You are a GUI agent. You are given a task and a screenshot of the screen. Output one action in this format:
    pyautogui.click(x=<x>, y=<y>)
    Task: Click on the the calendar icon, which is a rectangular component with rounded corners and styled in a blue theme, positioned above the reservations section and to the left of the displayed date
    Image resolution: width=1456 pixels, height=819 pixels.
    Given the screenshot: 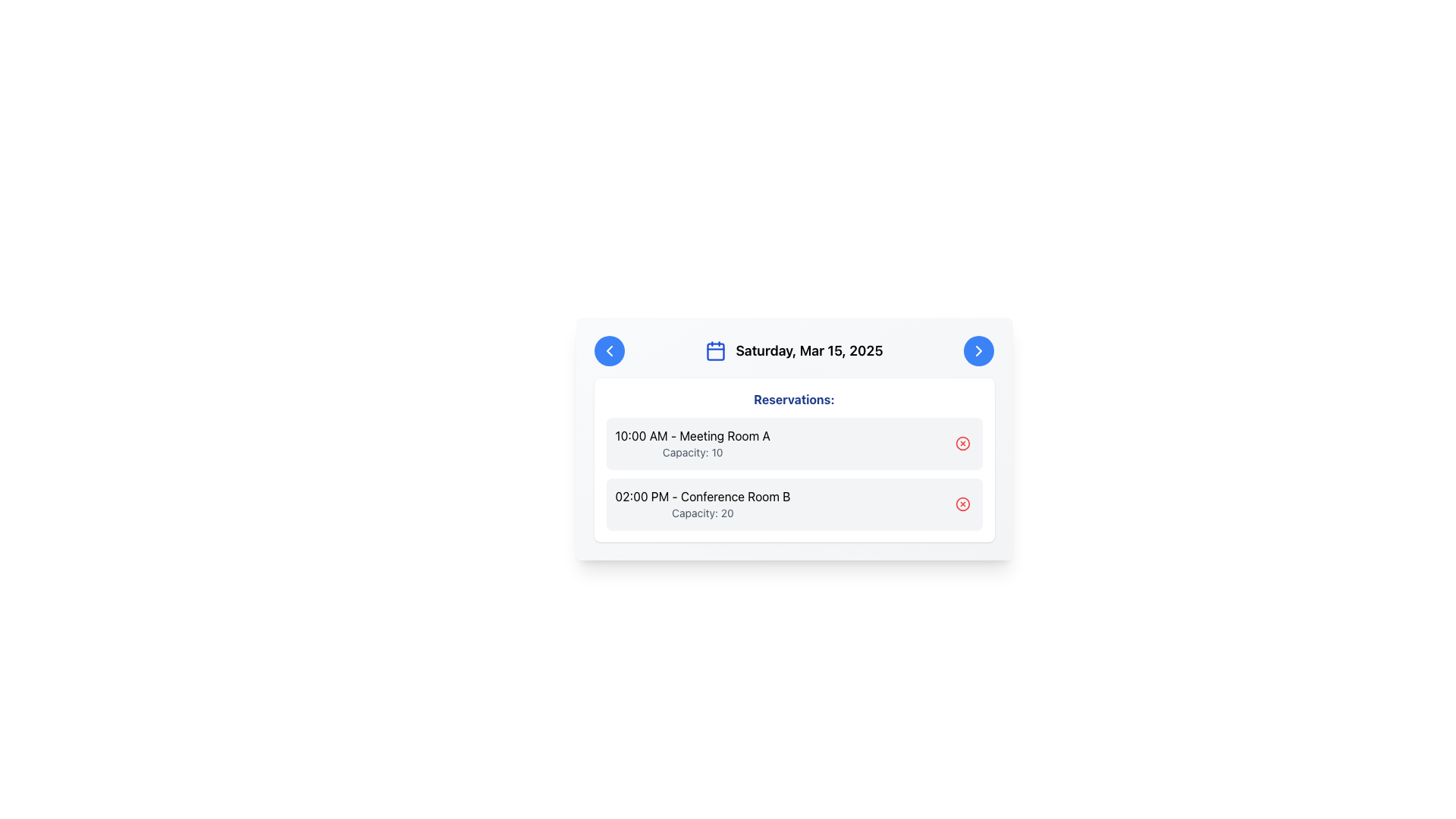 What is the action you would take?
    pyautogui.click(x=715, y=352)
    